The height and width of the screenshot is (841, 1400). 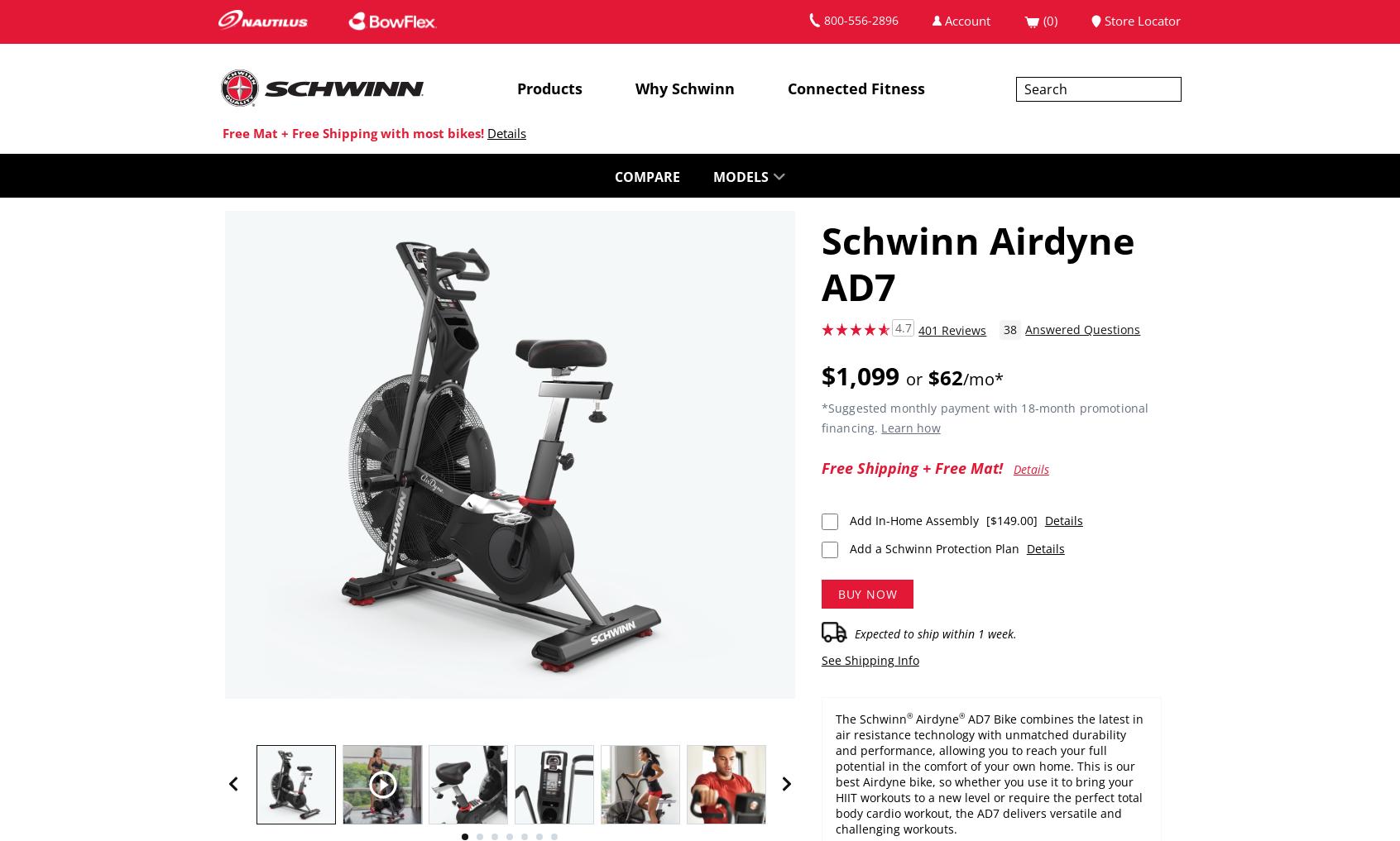 What do you see at coordinates (1143, 20) in the screenshot?
I see `'Store Locator'` at bounding box center [1143, 20].